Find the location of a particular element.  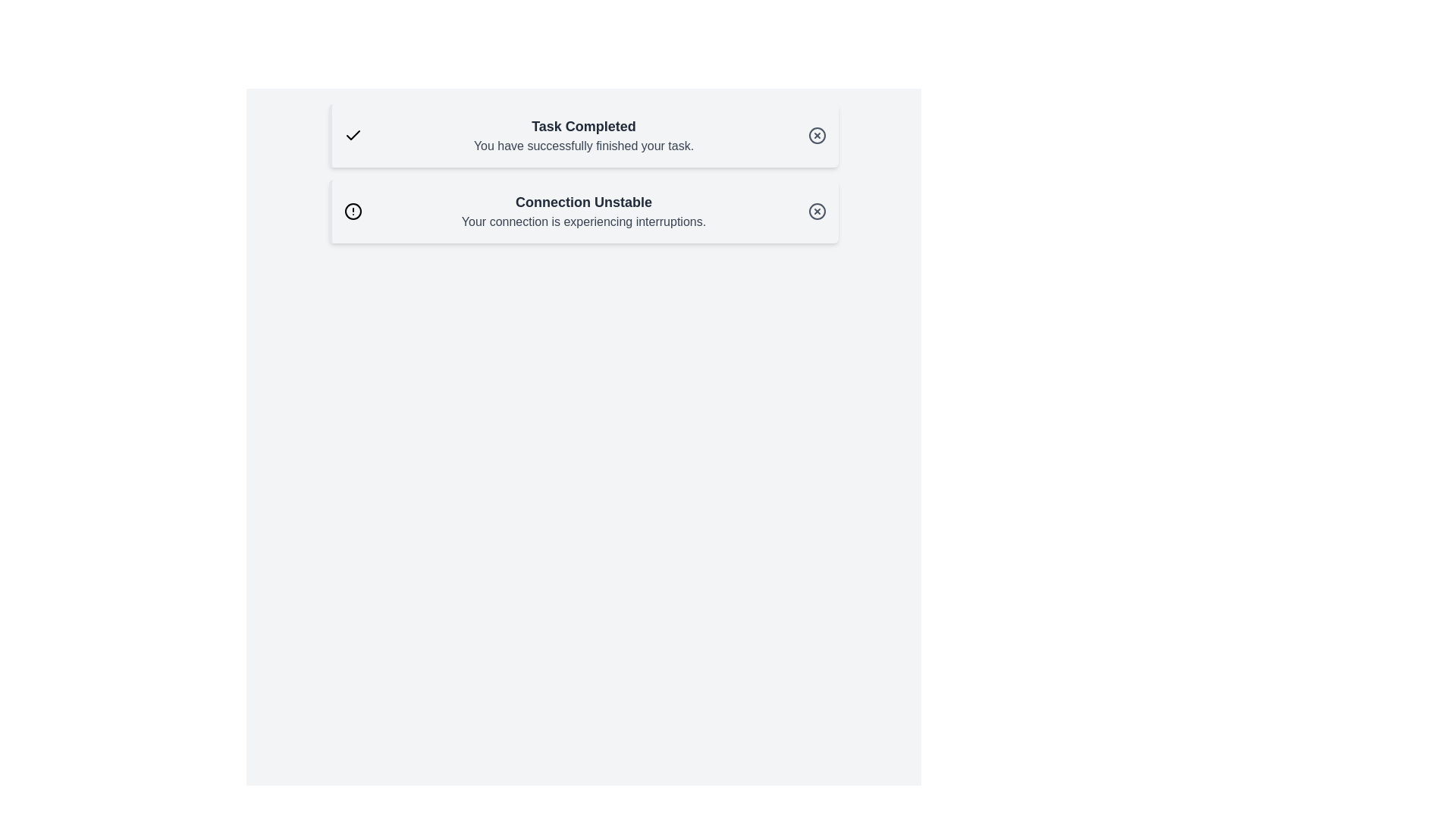

the text element displaying 'Task Completed', which is styled in bold and dark gray, located at the top of the notification card is located at coordinates (582, 125).